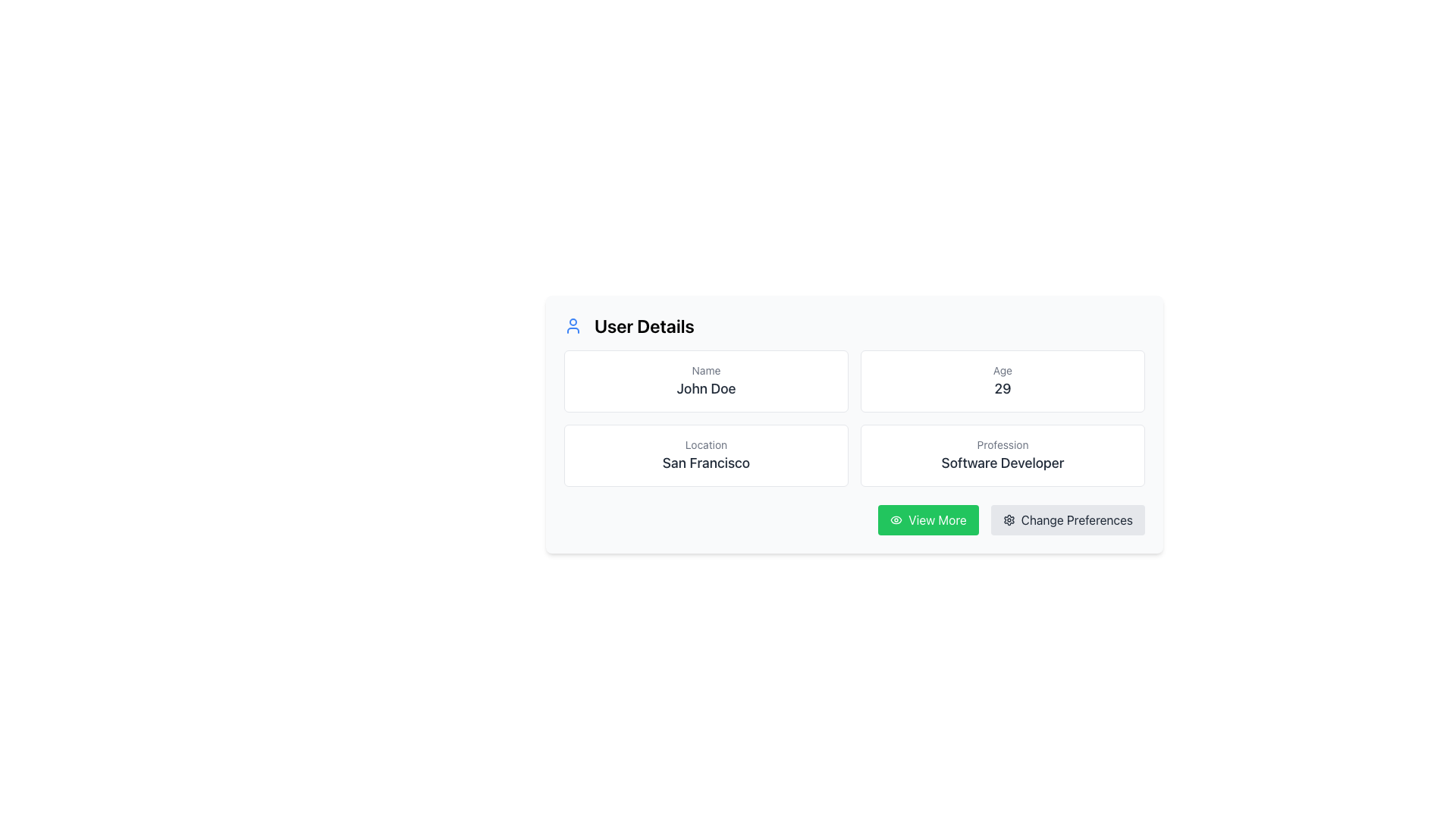 The height and width of the screenshot is (819, 1456). What do you see at coordinates (896, 519) in the screenshot?
I see `the circular eye-like icon located within the green button labeled 'View More' at the bottom-right corner of the user details card` at bounding box center [896, 519].